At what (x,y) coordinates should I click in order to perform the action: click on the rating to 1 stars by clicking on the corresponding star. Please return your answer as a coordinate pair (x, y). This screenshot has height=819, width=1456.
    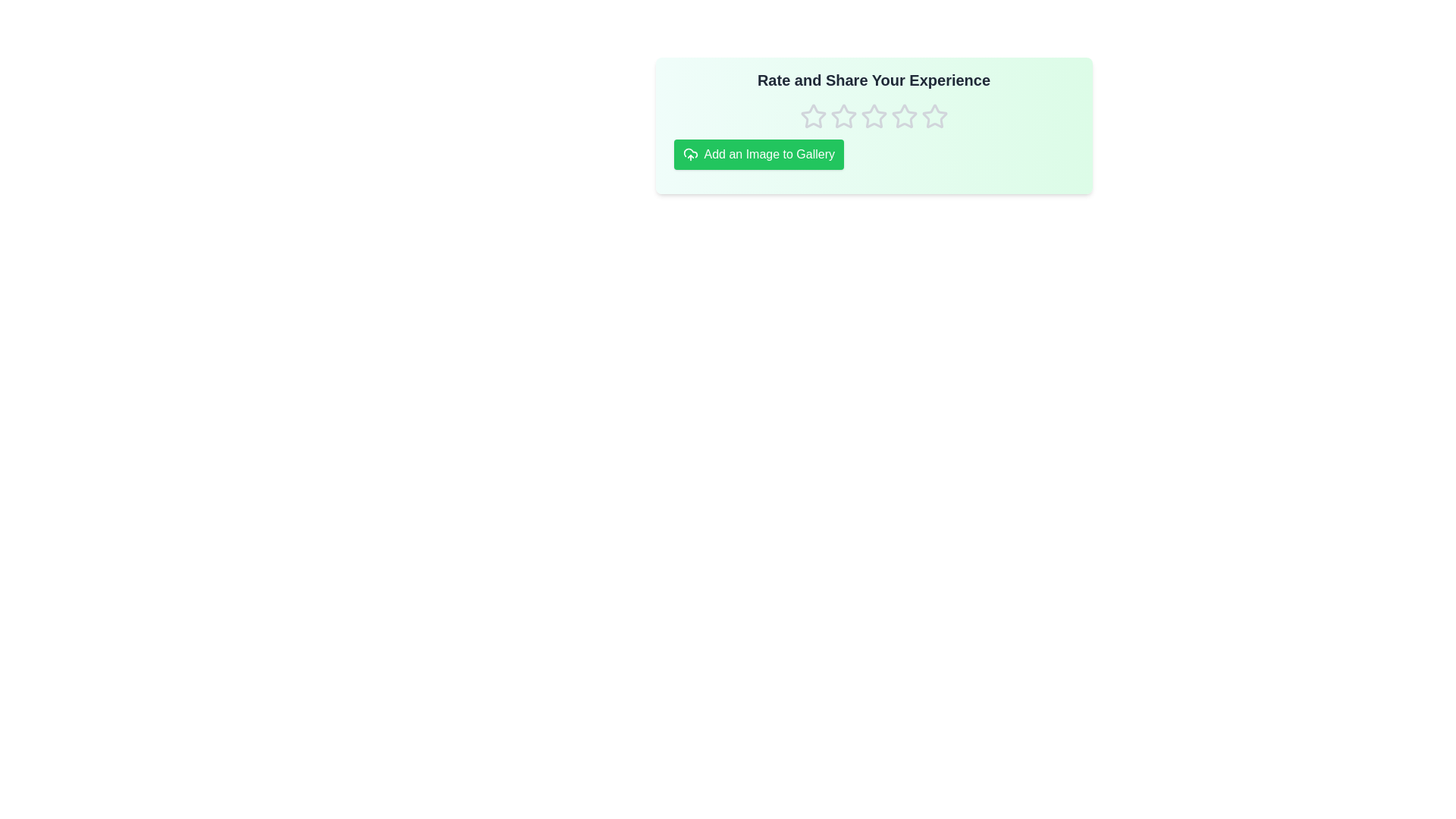
    Looking at the image, I should click on (812, 116).